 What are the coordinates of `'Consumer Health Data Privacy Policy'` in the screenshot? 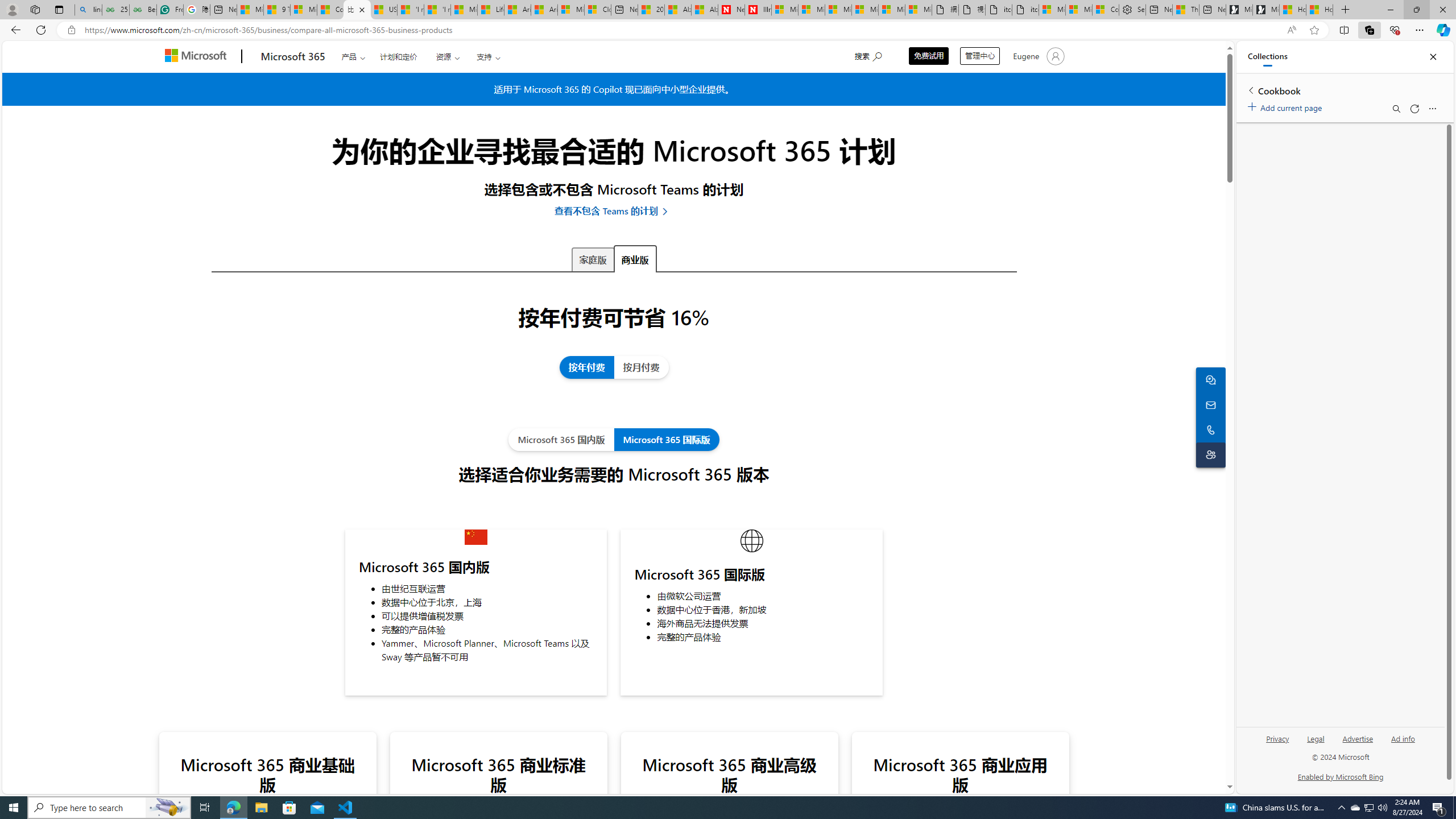 It's located at (1106, 9).